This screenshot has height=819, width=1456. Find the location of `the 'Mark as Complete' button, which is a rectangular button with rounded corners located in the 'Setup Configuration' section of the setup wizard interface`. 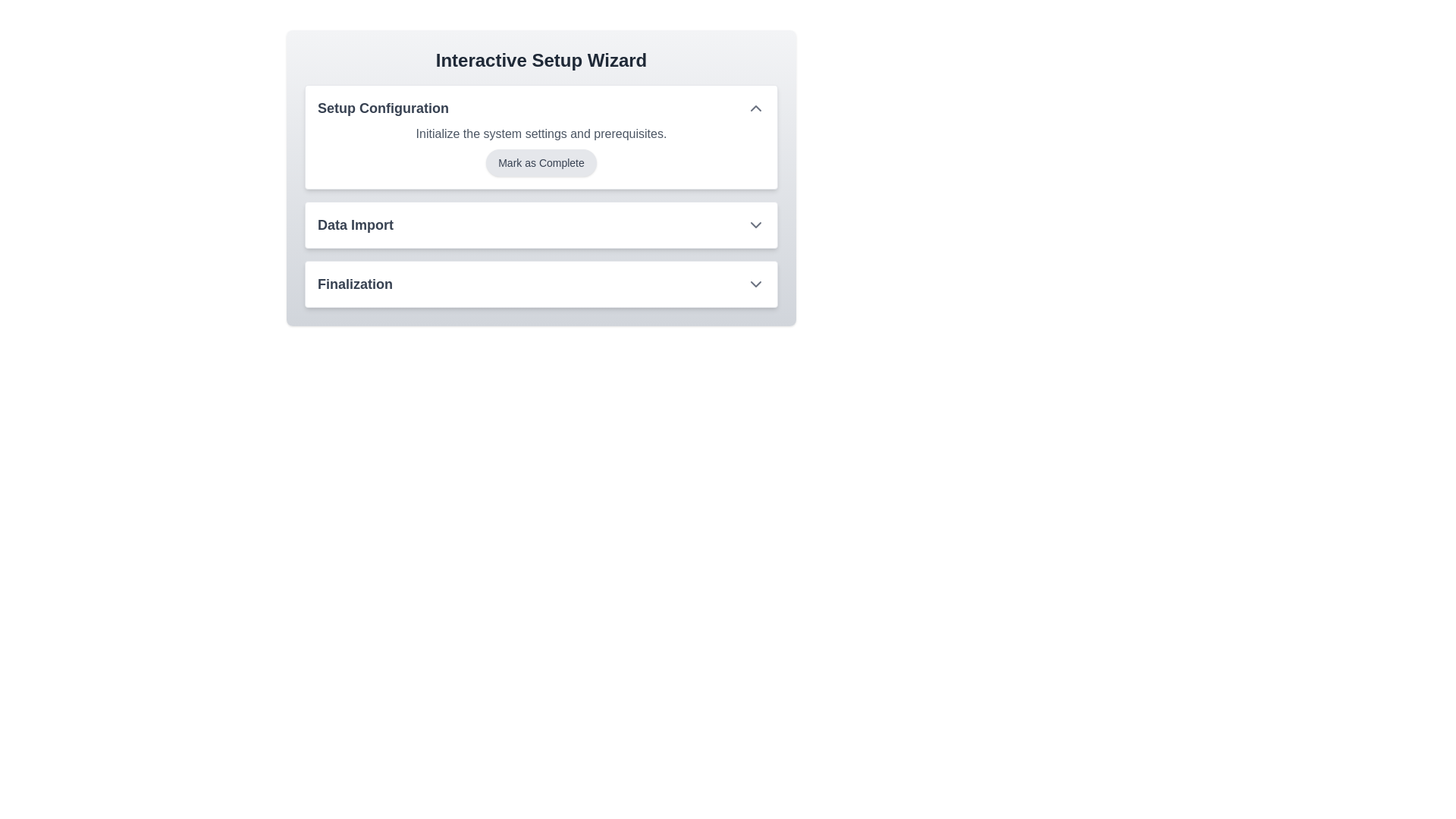

the 'Mark as Complete' button, which is a rectangular button with rounded corners located in the 'Setup Configuration' section of the setup wizard interface is located at coordinates (541, 163).